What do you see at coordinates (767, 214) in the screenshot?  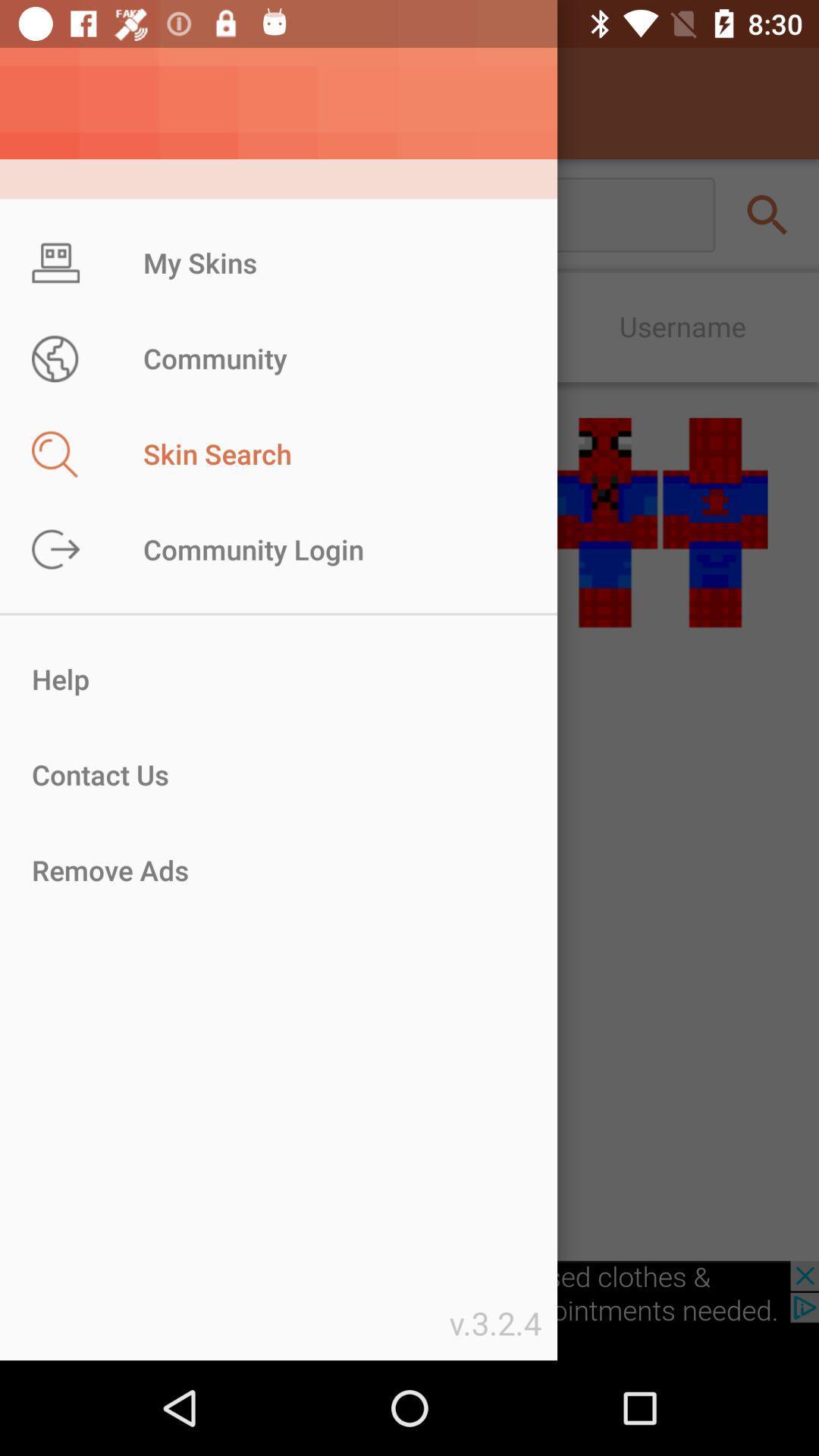 I see `the search icon` at bounding box center [767, 214].